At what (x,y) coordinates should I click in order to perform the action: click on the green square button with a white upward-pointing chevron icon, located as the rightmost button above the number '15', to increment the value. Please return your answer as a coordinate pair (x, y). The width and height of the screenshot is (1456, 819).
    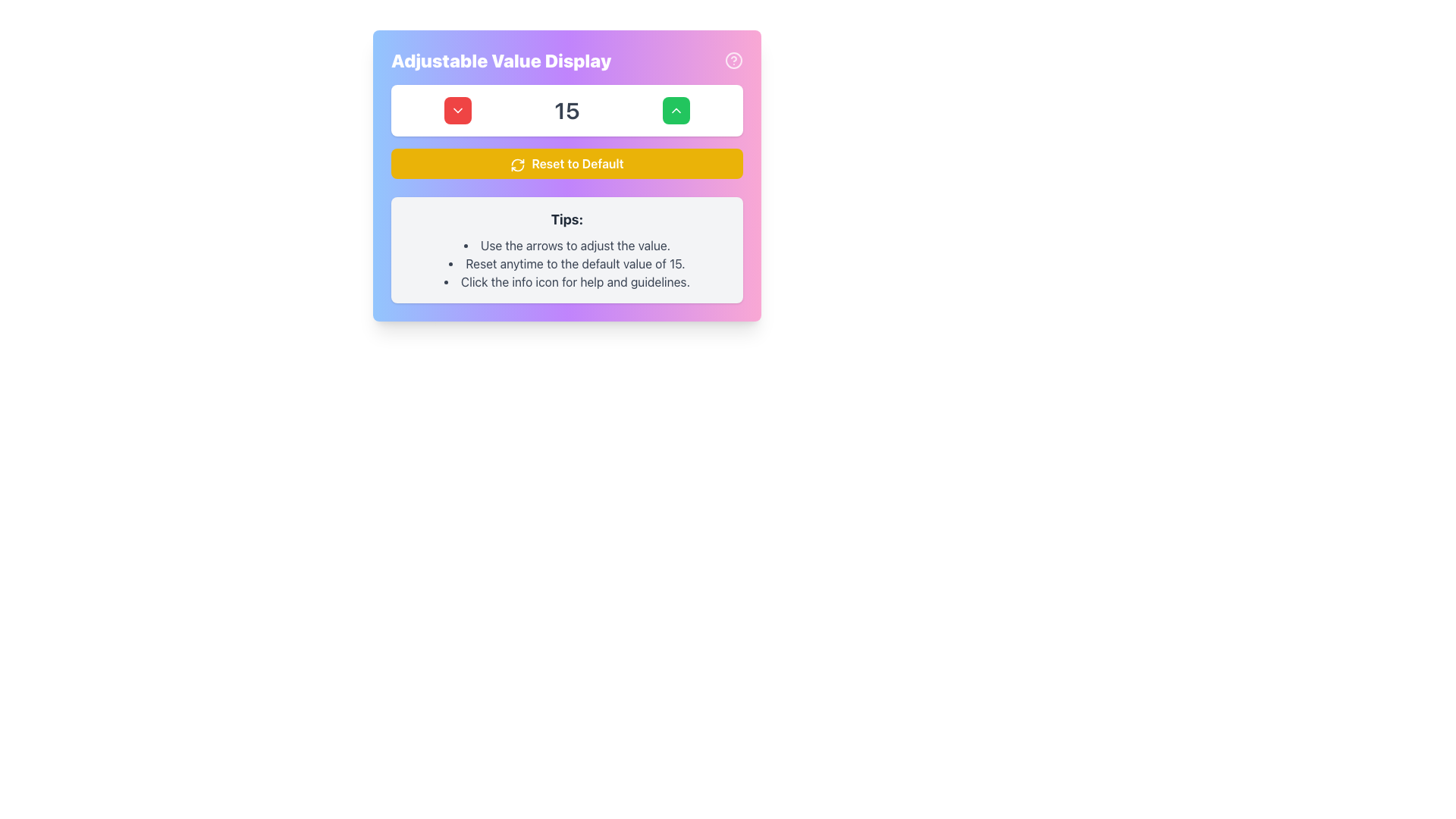
    Looking at the image, I should click on (675, 110).